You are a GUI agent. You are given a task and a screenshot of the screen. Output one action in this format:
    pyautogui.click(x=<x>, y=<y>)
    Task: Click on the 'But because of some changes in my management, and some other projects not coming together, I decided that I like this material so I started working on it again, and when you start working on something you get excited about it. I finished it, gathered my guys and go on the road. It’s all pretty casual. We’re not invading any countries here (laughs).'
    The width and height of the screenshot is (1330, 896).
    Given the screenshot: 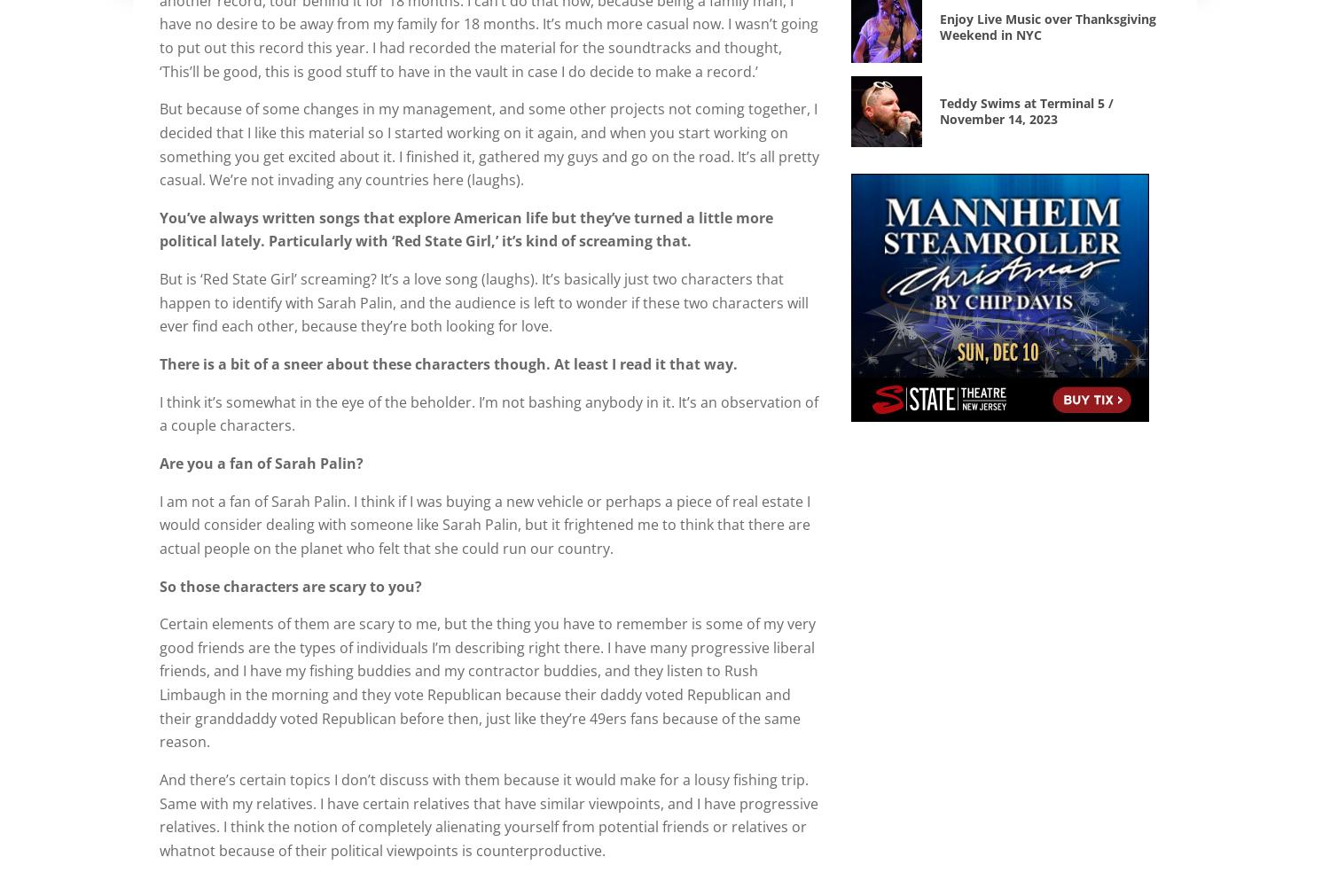 What is the action you would take?
    pyautogui.click(x=160, y=143)
    